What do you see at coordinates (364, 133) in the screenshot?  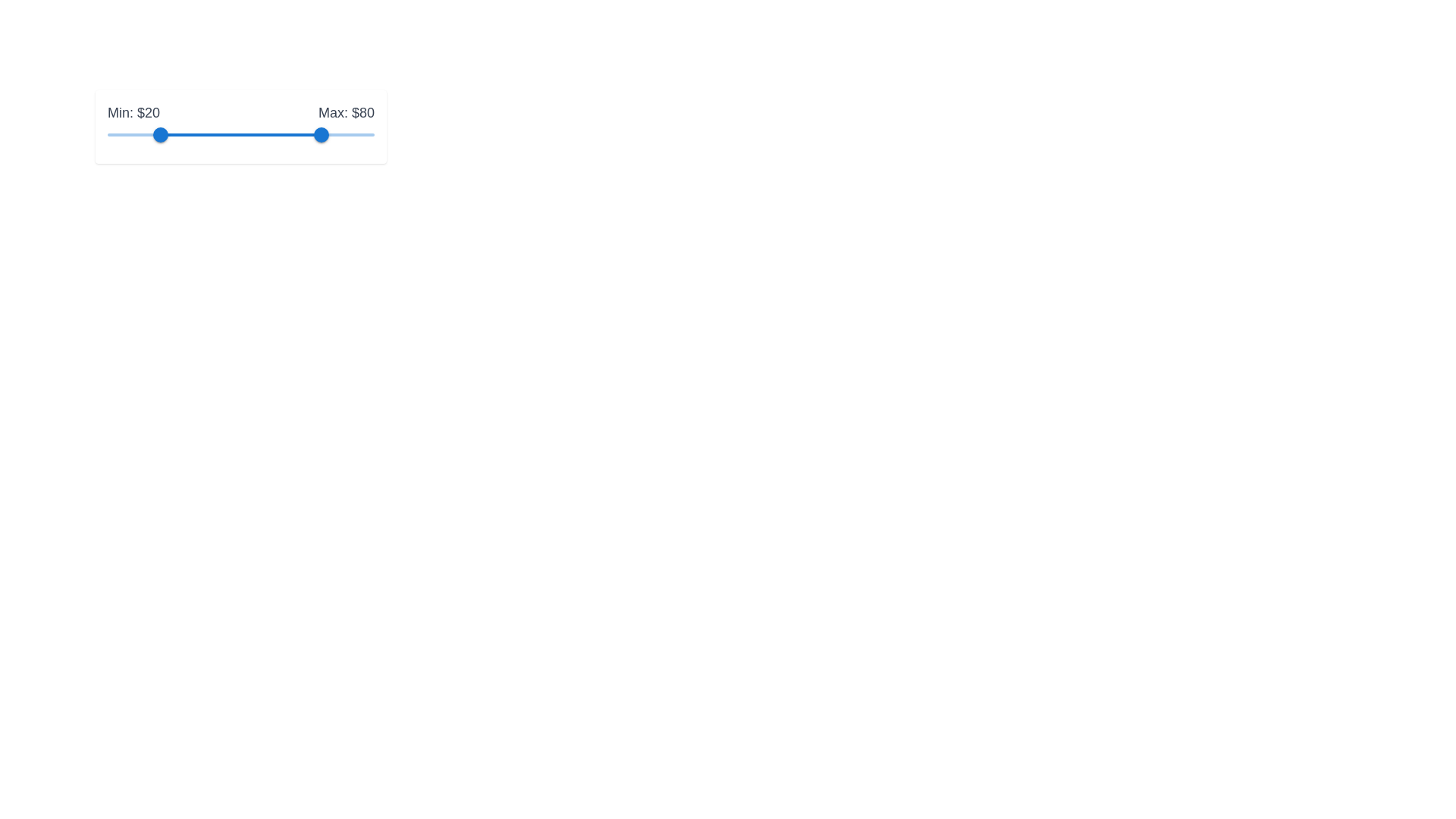 I see `the slider` at bounding box center [364, 133].